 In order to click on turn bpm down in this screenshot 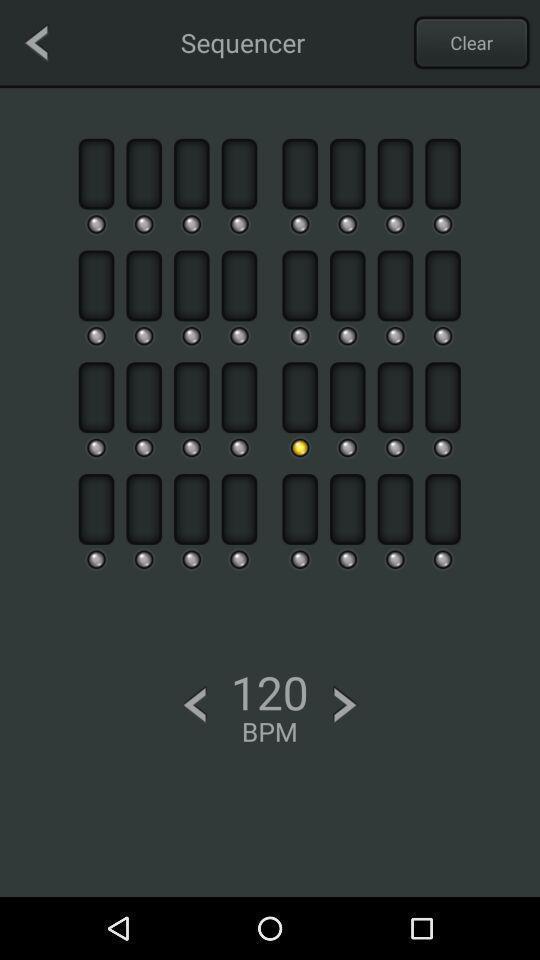, I will do `click(194, 705)`.